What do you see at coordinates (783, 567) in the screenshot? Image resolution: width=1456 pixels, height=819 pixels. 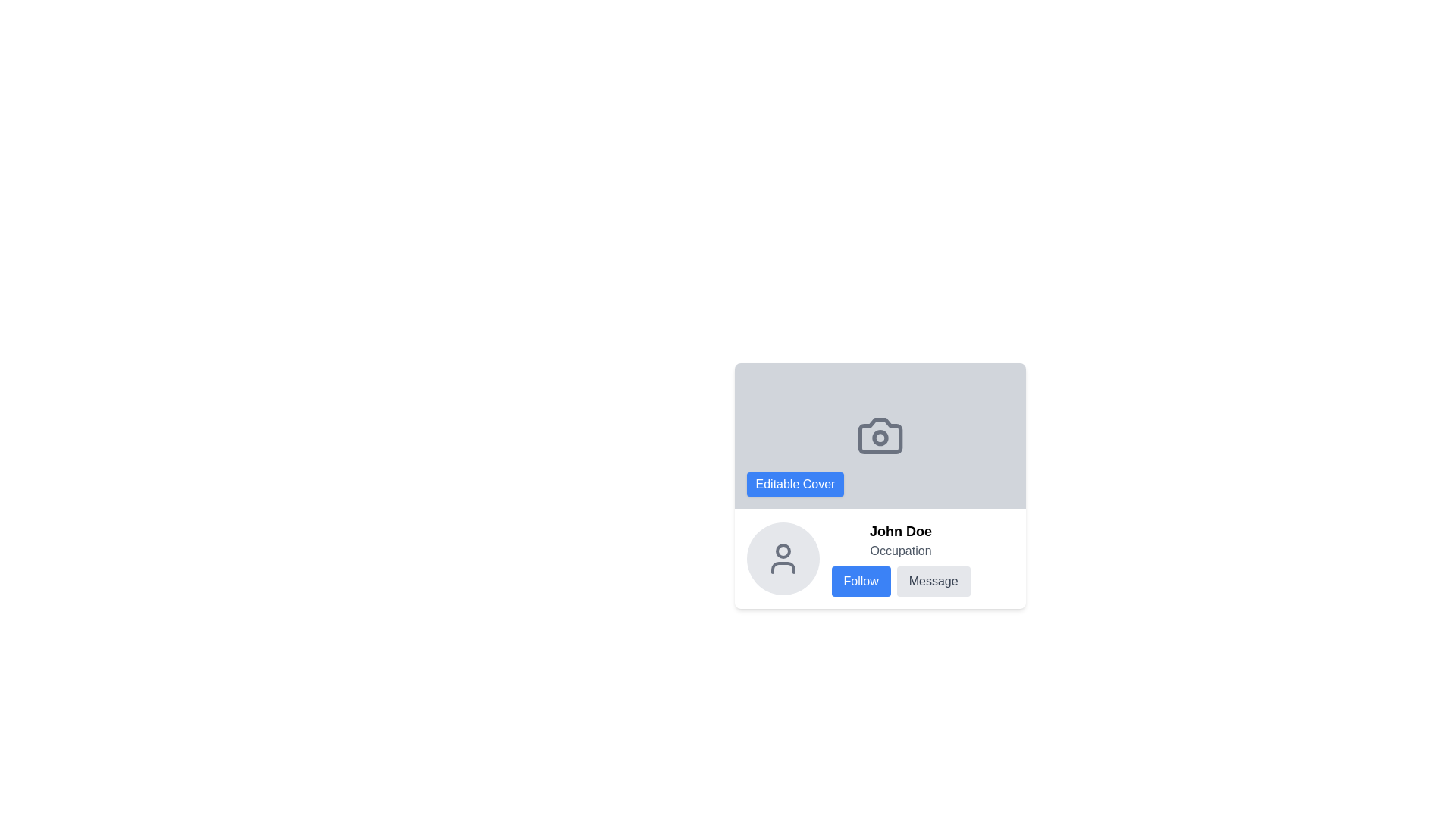 I see `the graphical icon within the circular button located to the left of the profile information area, near the 'John Doe' label` at bounding box center [783, 567].